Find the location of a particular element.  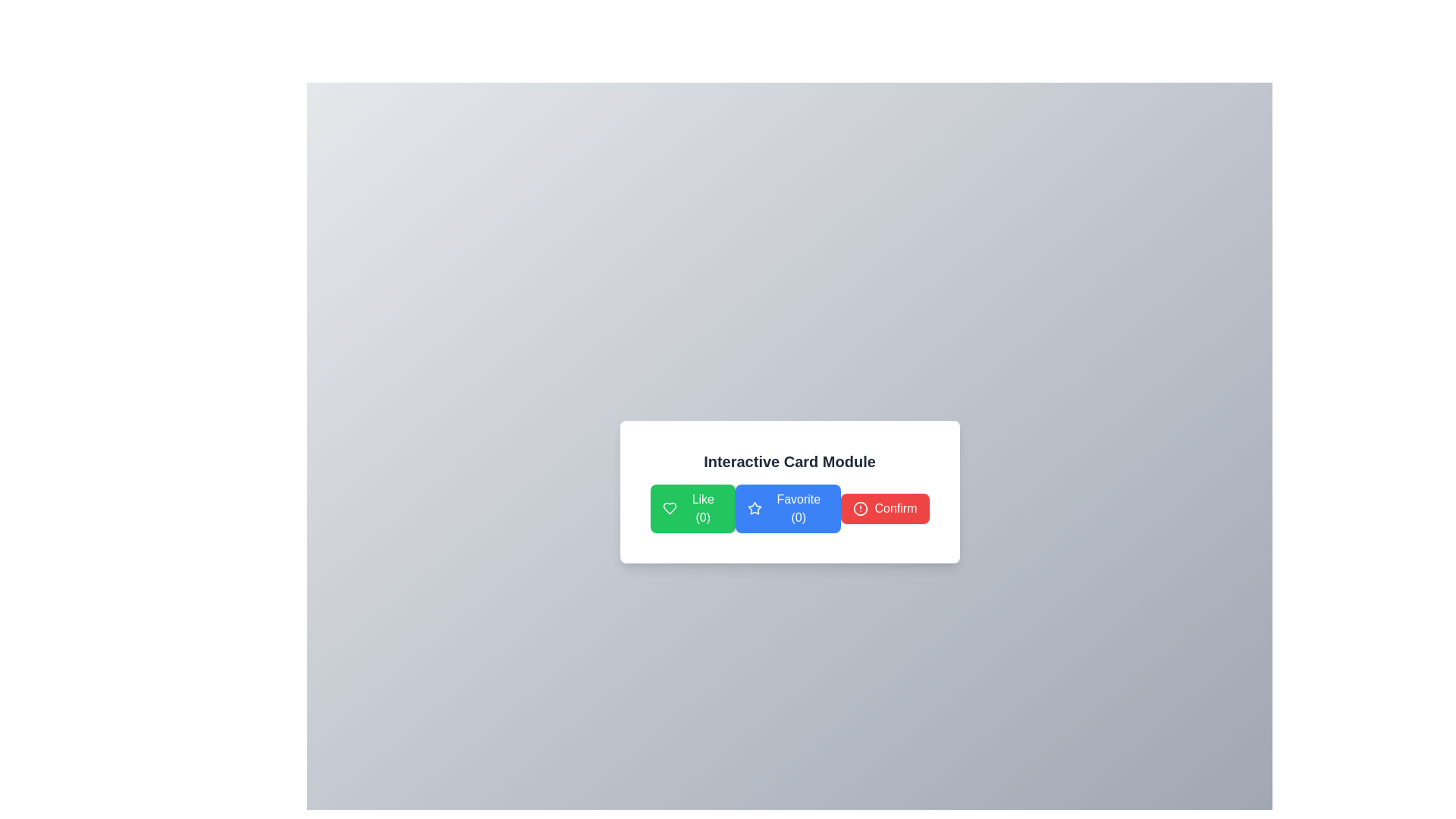

the alert icon located on the left side of the text within the 'Confirm' button, which visually conveys the critical nature of the action is located at coordinates (861, 509).